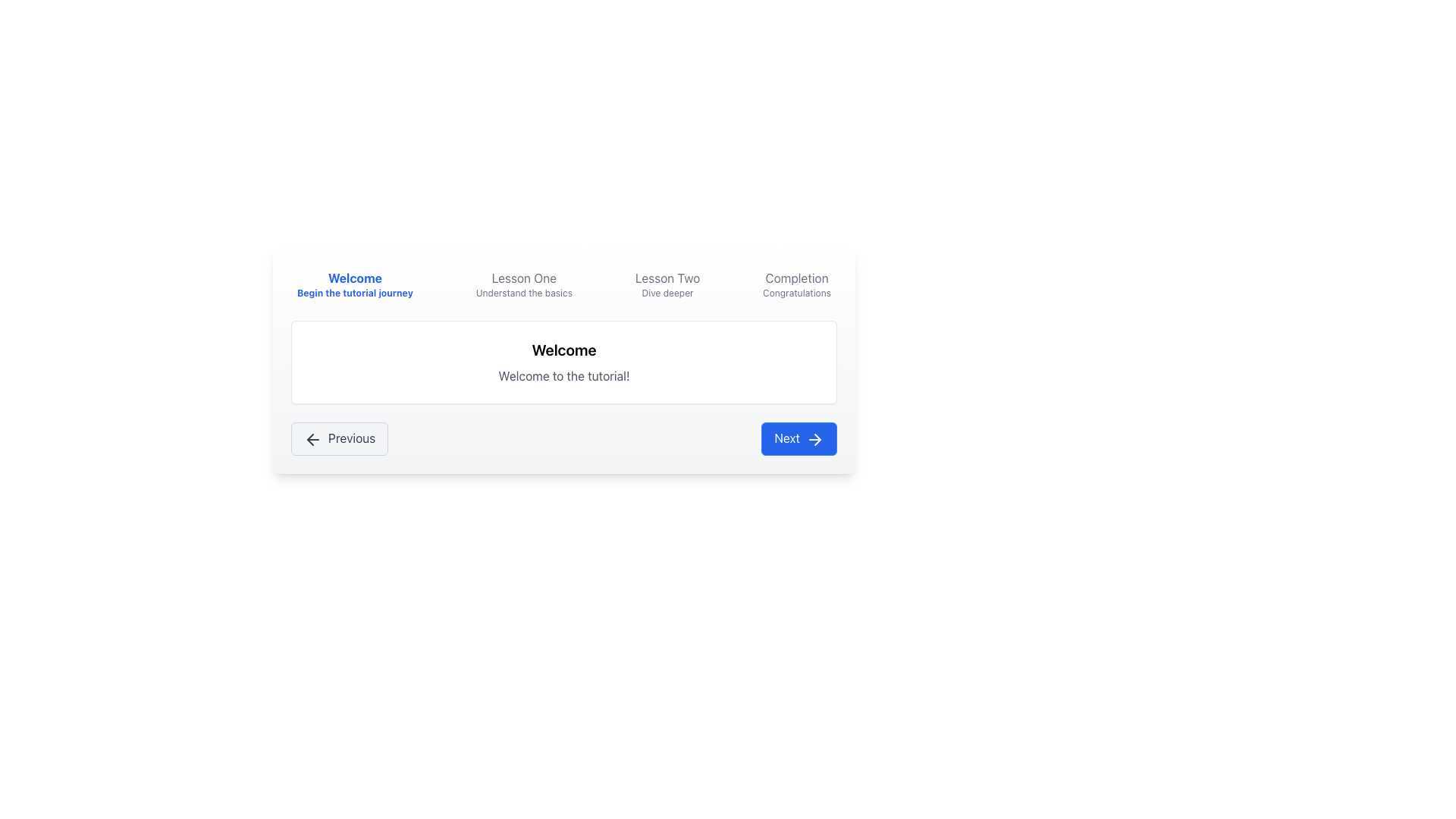 This screenshot has height=819, width=1456. What do you see at coordinates (799, 438) in the screenshot?
I see `the rounded blue 'Next' button with white text and a right-facing arrow icon` at bounding box center [799, 438].